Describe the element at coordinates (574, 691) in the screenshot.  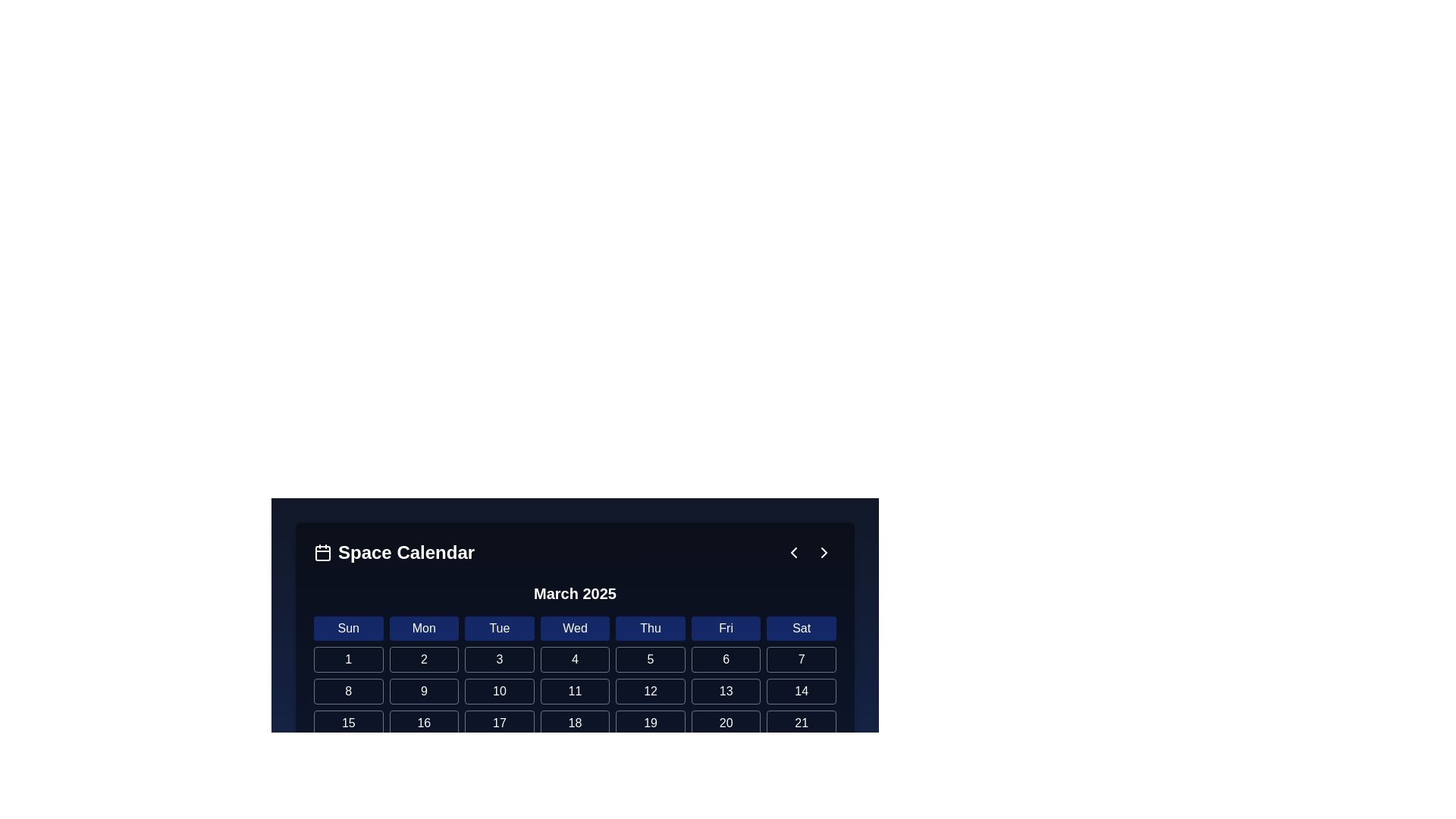
I see `the Text label that displays the number '11' in a button-like layout within the calendar grid, located in the third row and fourth column under 'Wed'` at that location.